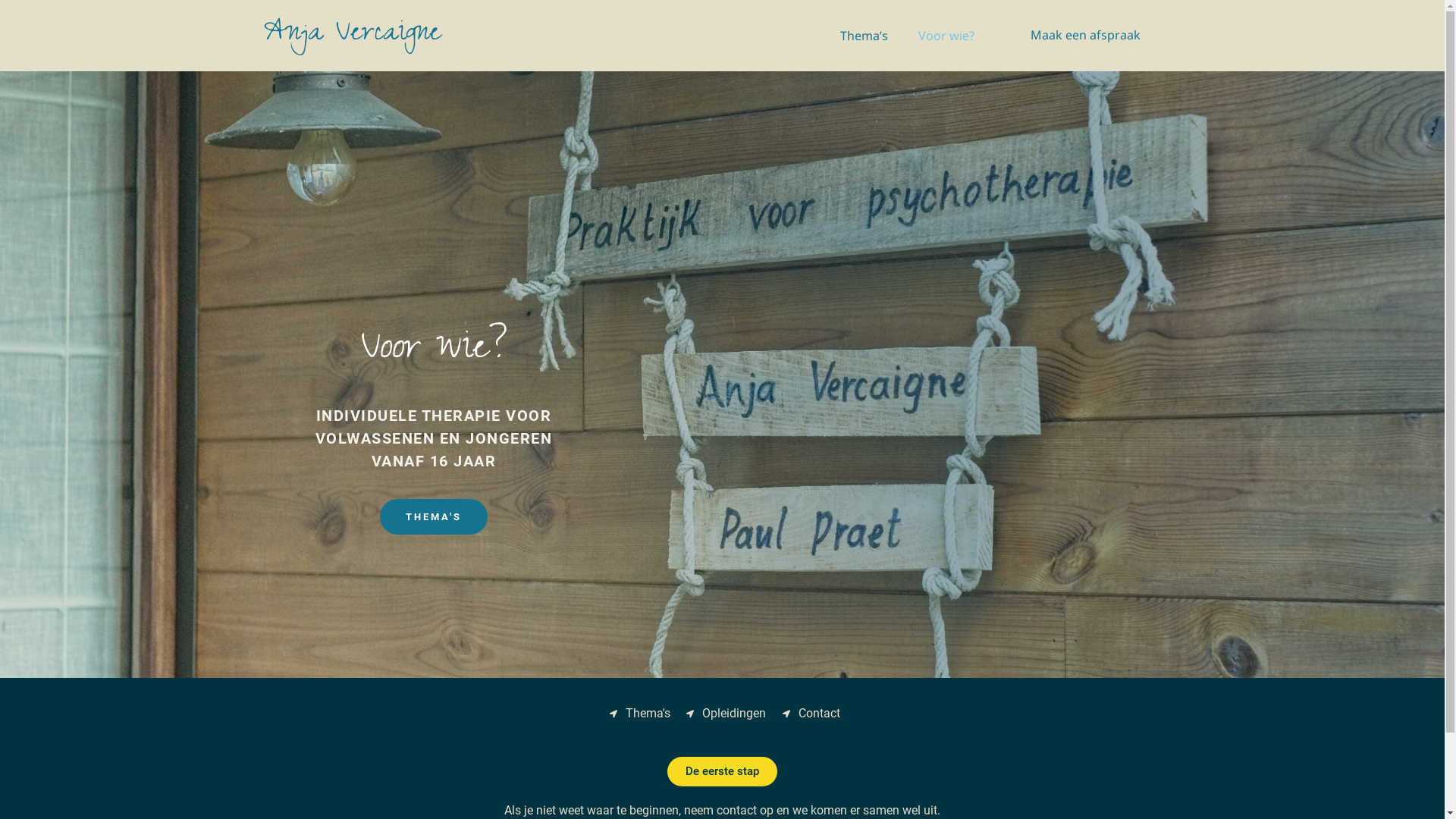  Describe the element at coordinates (945, 34) in the screenshot. I see `'Voor wie?'` at that location.